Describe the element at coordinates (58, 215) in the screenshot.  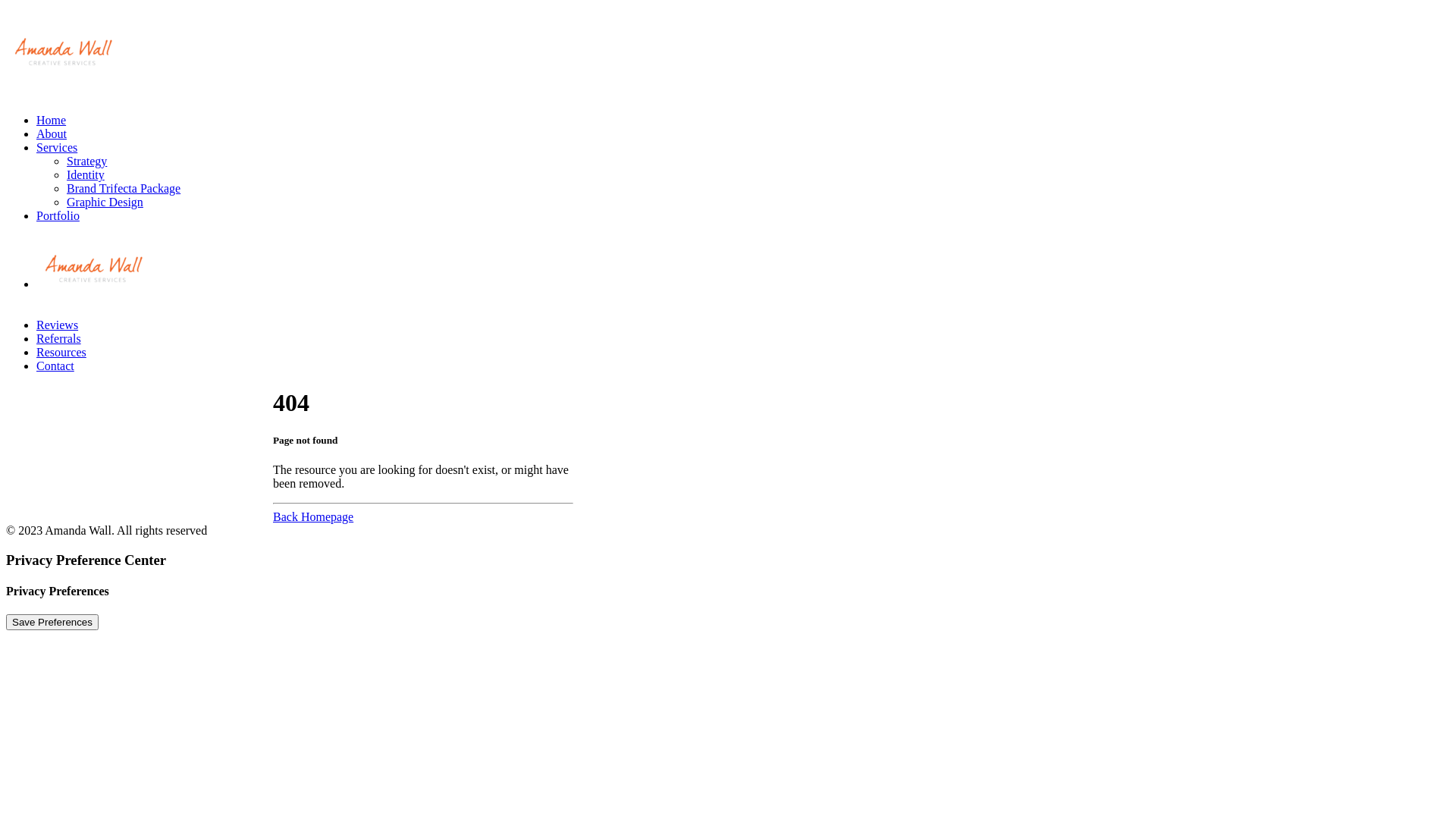
I see `'Portfolio'` at that location.